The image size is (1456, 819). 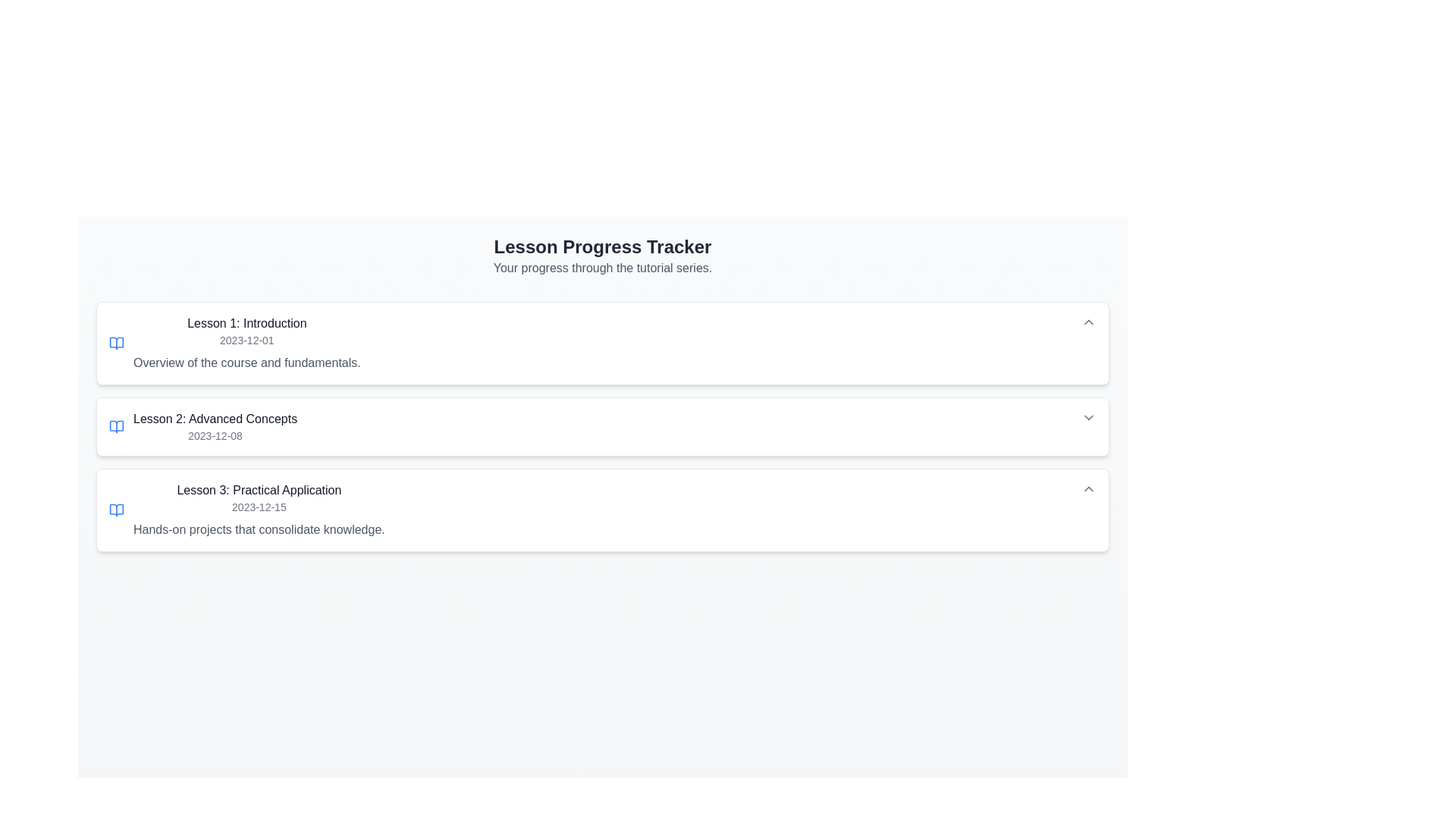 I want to click on the List item displaying 'Lesson 3: Practical Application' in the 'Lesson Progress Tracker', which includes a date and descriptive text, so click(x=259, y=510).